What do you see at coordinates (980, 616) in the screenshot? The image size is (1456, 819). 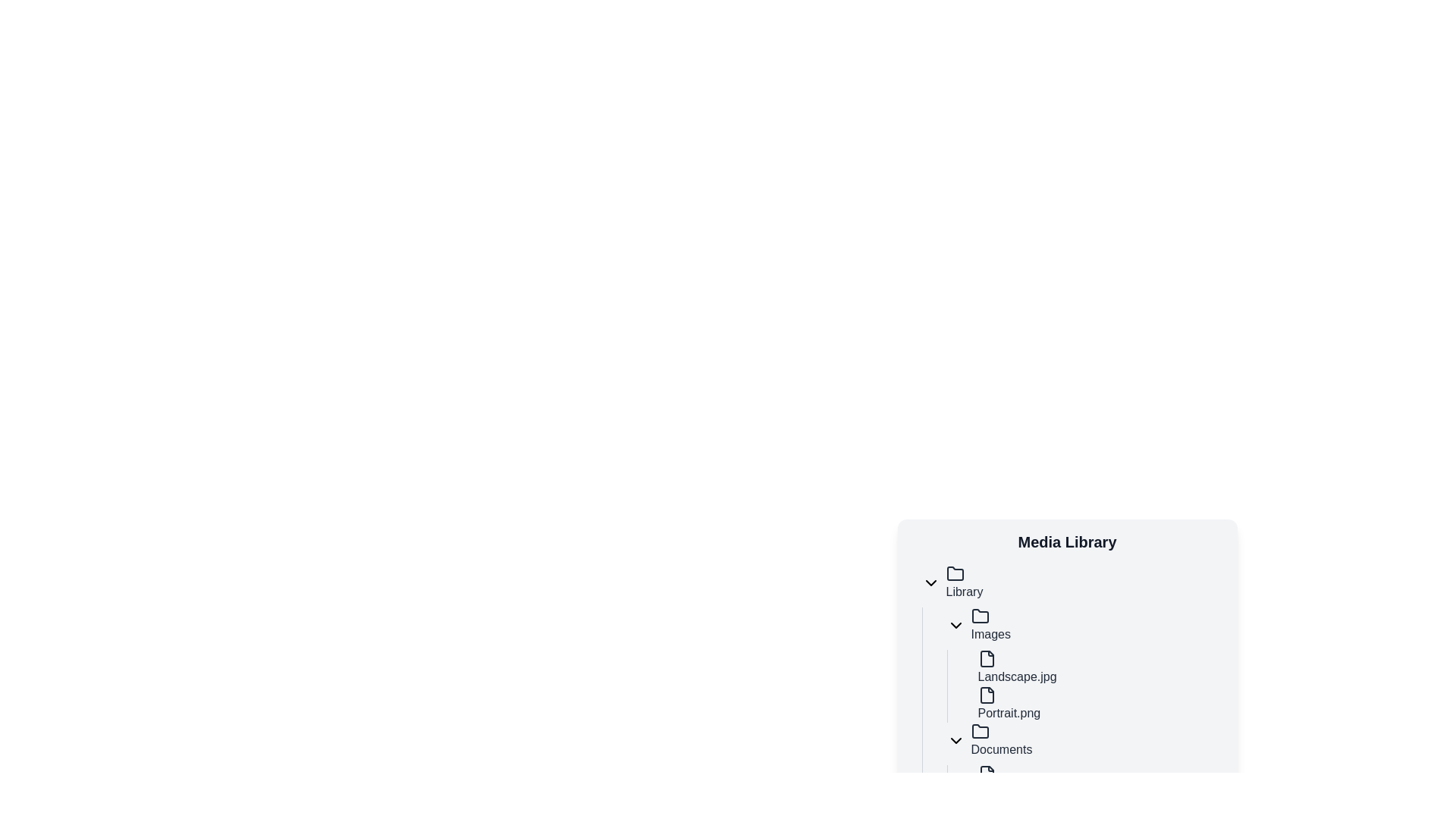 I see `to select or expand the 'Images' node represented by a folder icon in the Media Library UI area` at bounding box center [980, 616].